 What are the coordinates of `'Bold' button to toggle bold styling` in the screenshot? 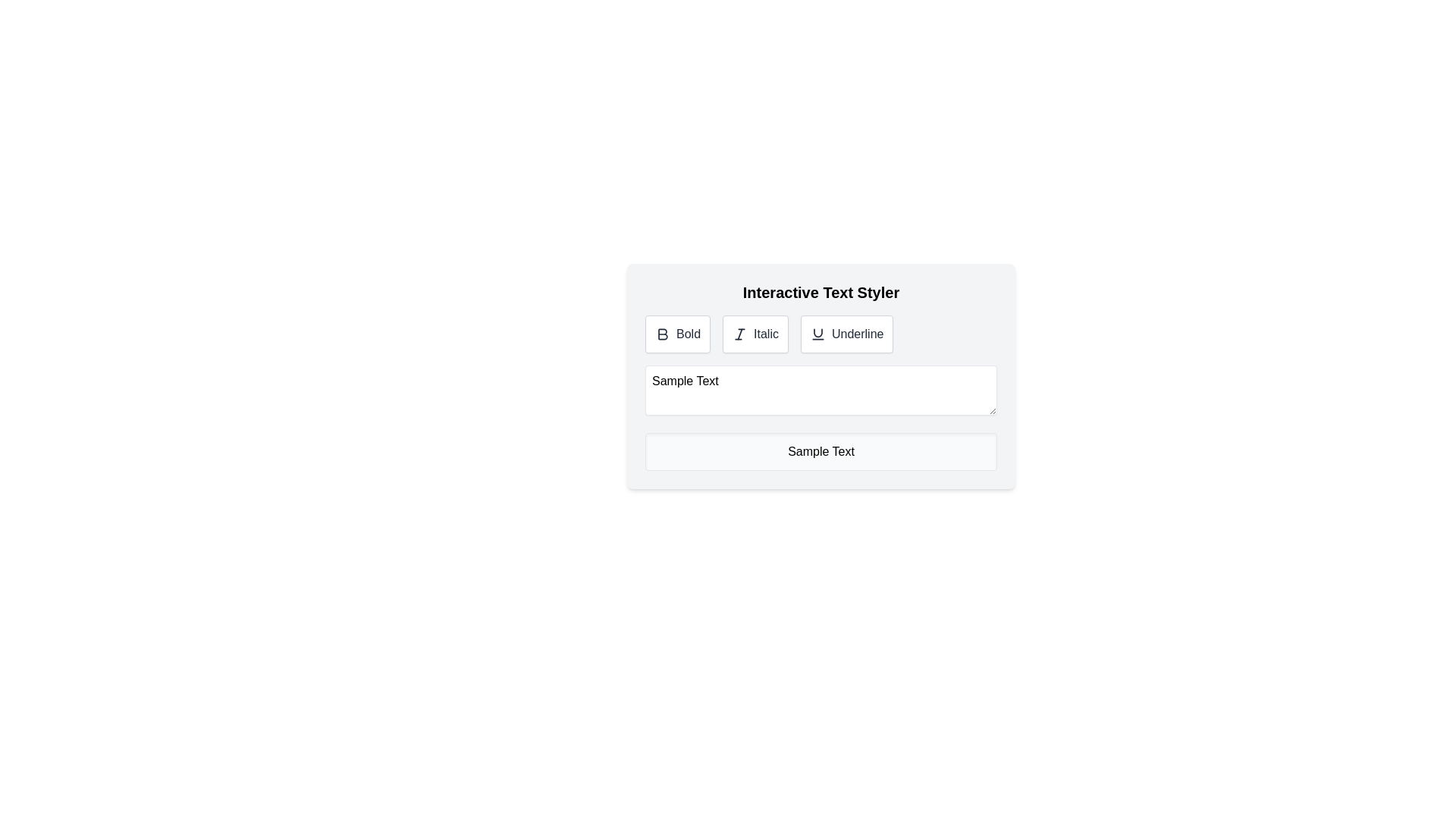 It's located at (676, 333).